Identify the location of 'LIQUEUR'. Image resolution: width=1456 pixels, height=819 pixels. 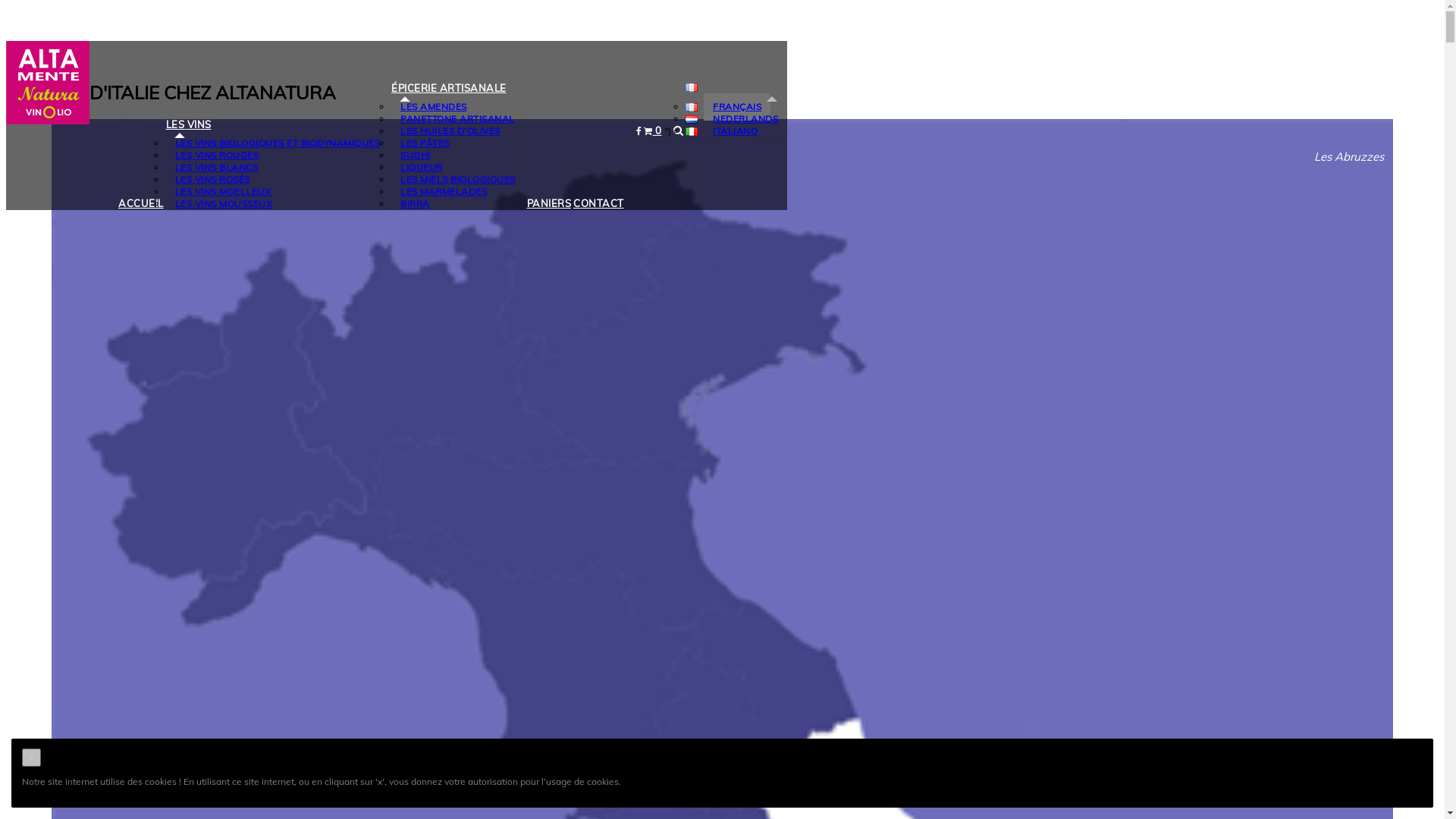
(422, 167).